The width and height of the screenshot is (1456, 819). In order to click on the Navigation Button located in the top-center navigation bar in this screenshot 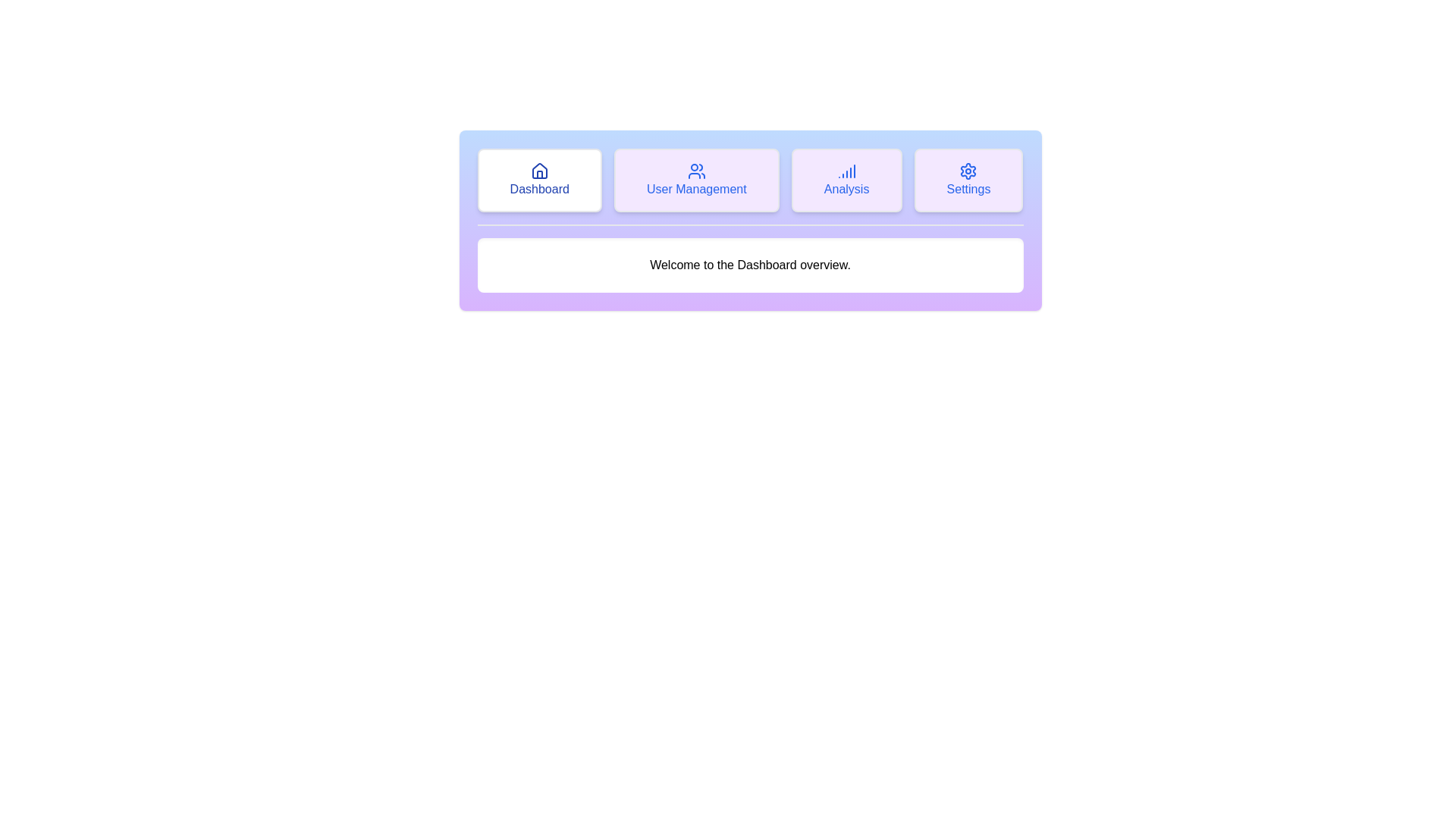, I will do `click(695, 180)`.